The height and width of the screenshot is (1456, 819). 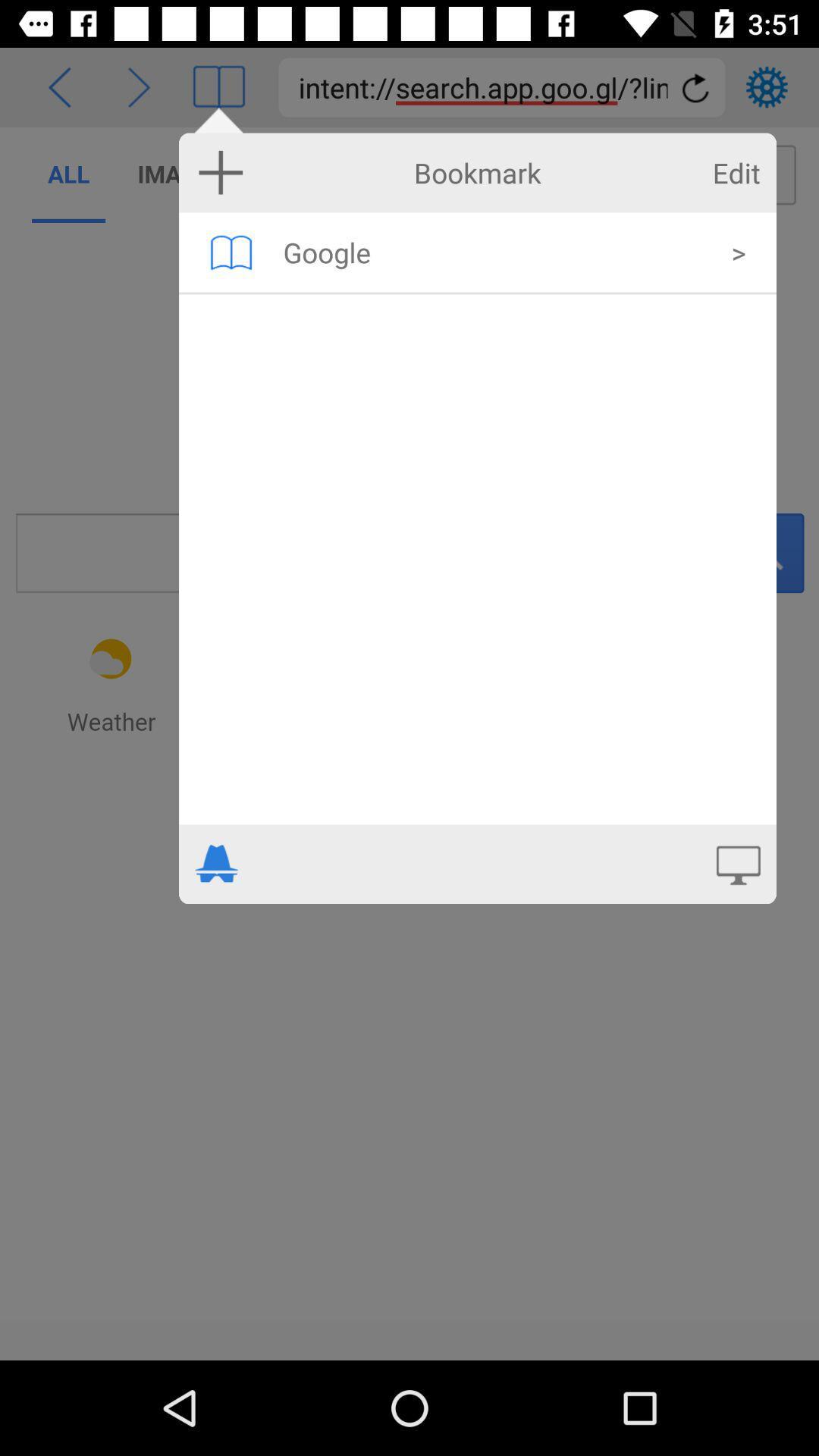 I want to click on item to the left of > icon, so click(x=497, y=252).